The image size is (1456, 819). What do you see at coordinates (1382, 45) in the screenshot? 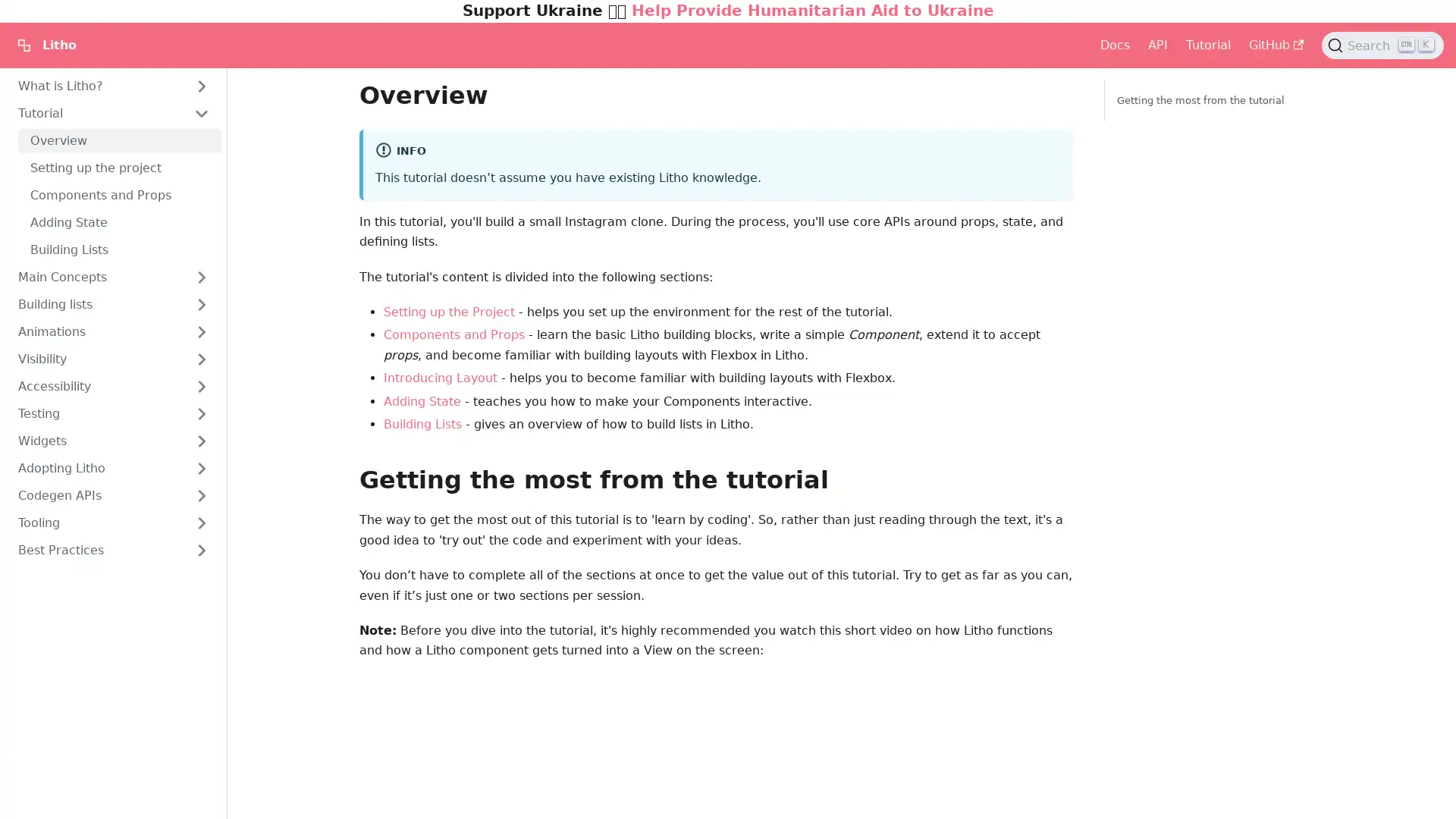
I see `Search` at bounding box center [1382, 45].